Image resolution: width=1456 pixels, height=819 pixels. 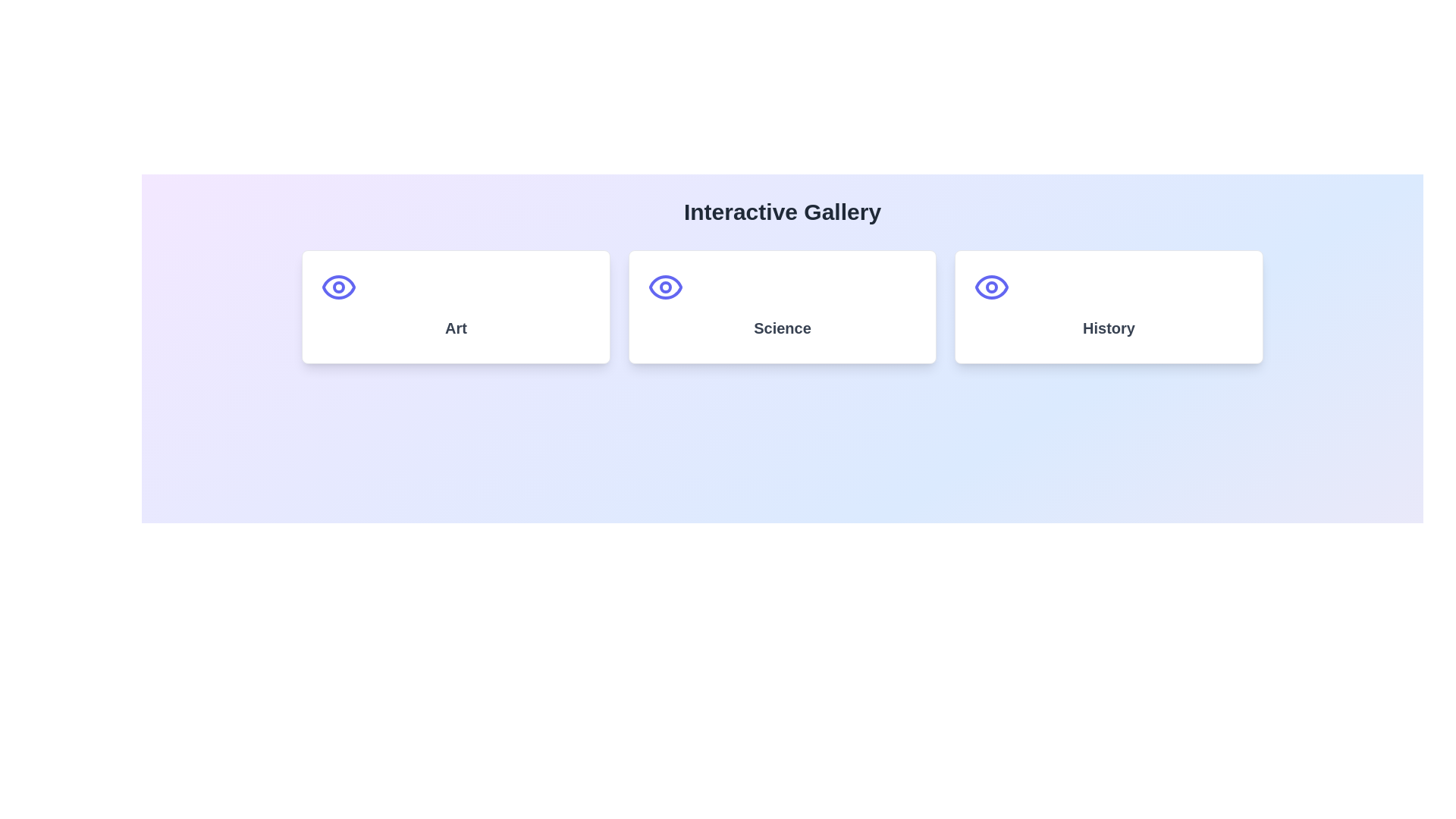 I want to click on the decorative icon located at the top center of the third card, which is positioned above the text 'History', so click(x=992, y=287).